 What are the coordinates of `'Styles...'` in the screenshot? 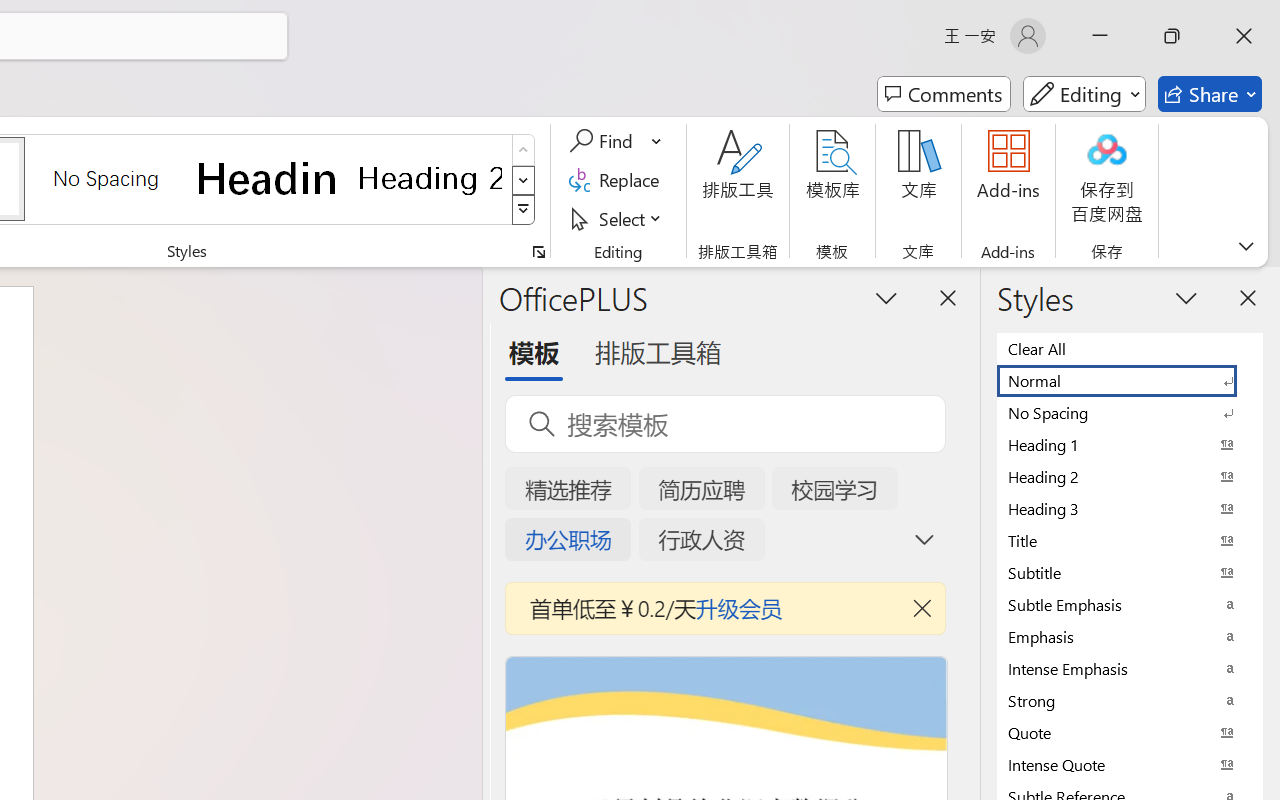 It's located at (538, 251).